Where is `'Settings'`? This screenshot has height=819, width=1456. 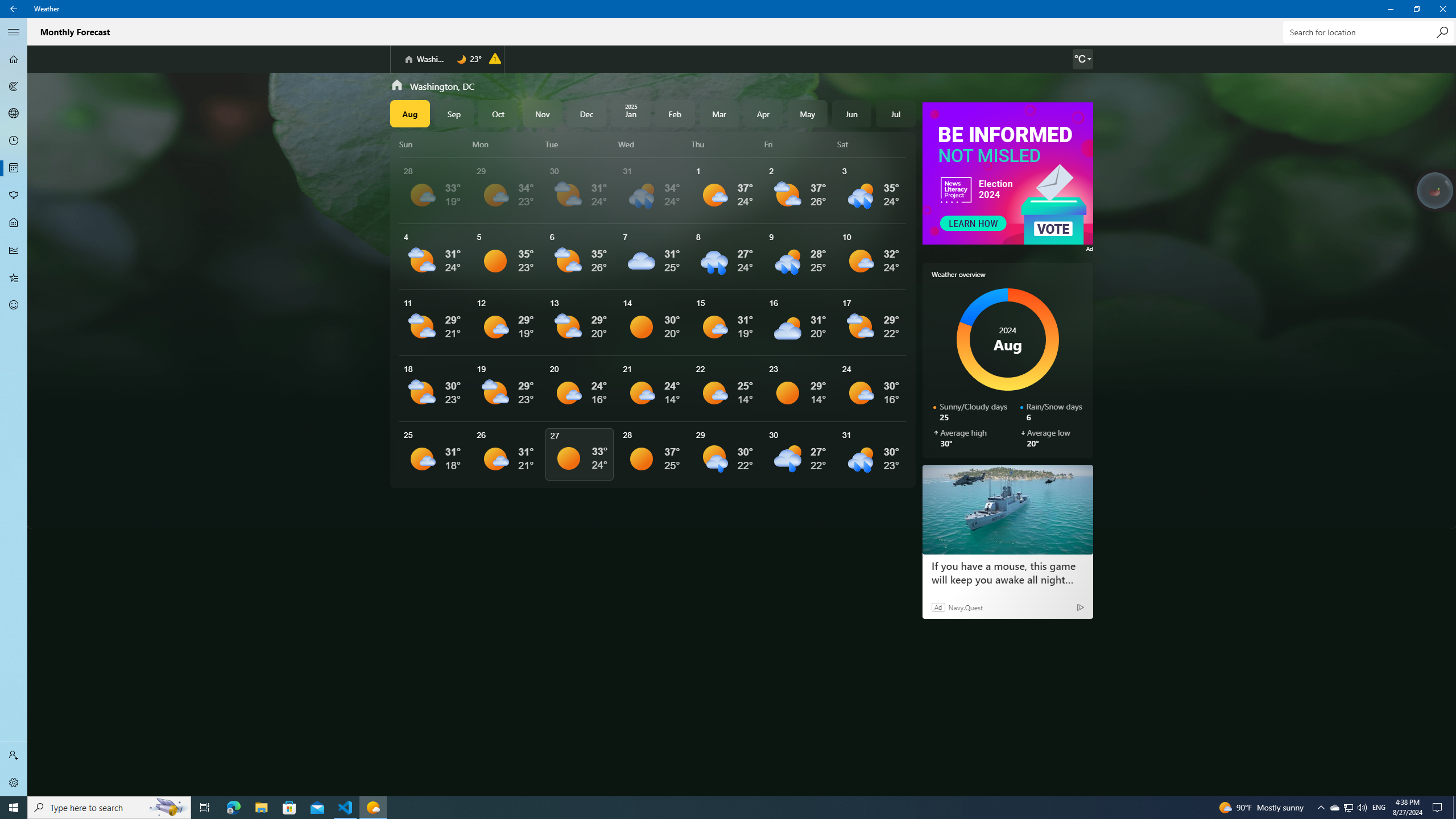 'Settings' is located at coordinates (14, 781).